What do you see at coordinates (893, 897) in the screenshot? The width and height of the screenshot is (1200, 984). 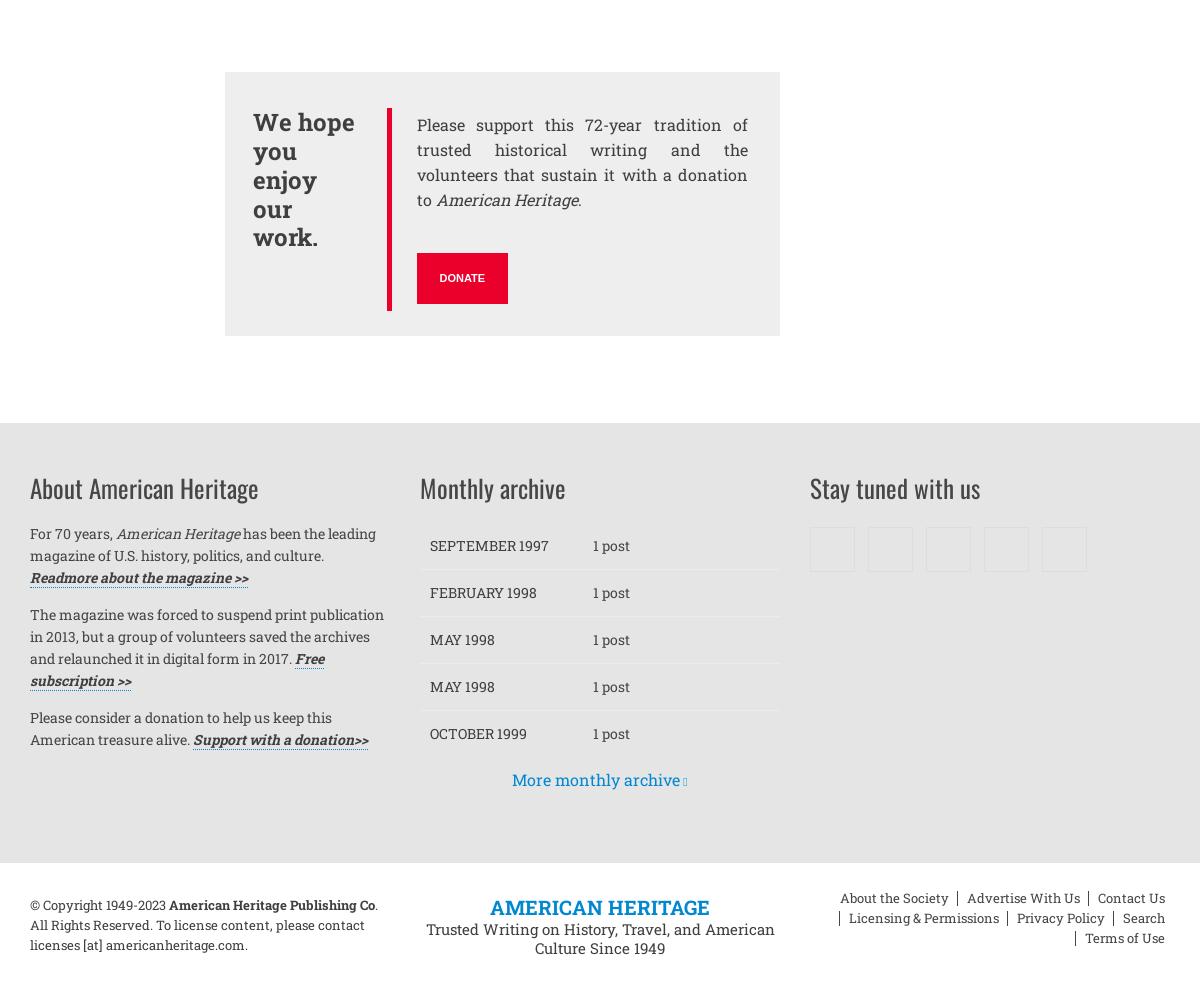 I see `'About the Society'` at bounding box center [893, 897].